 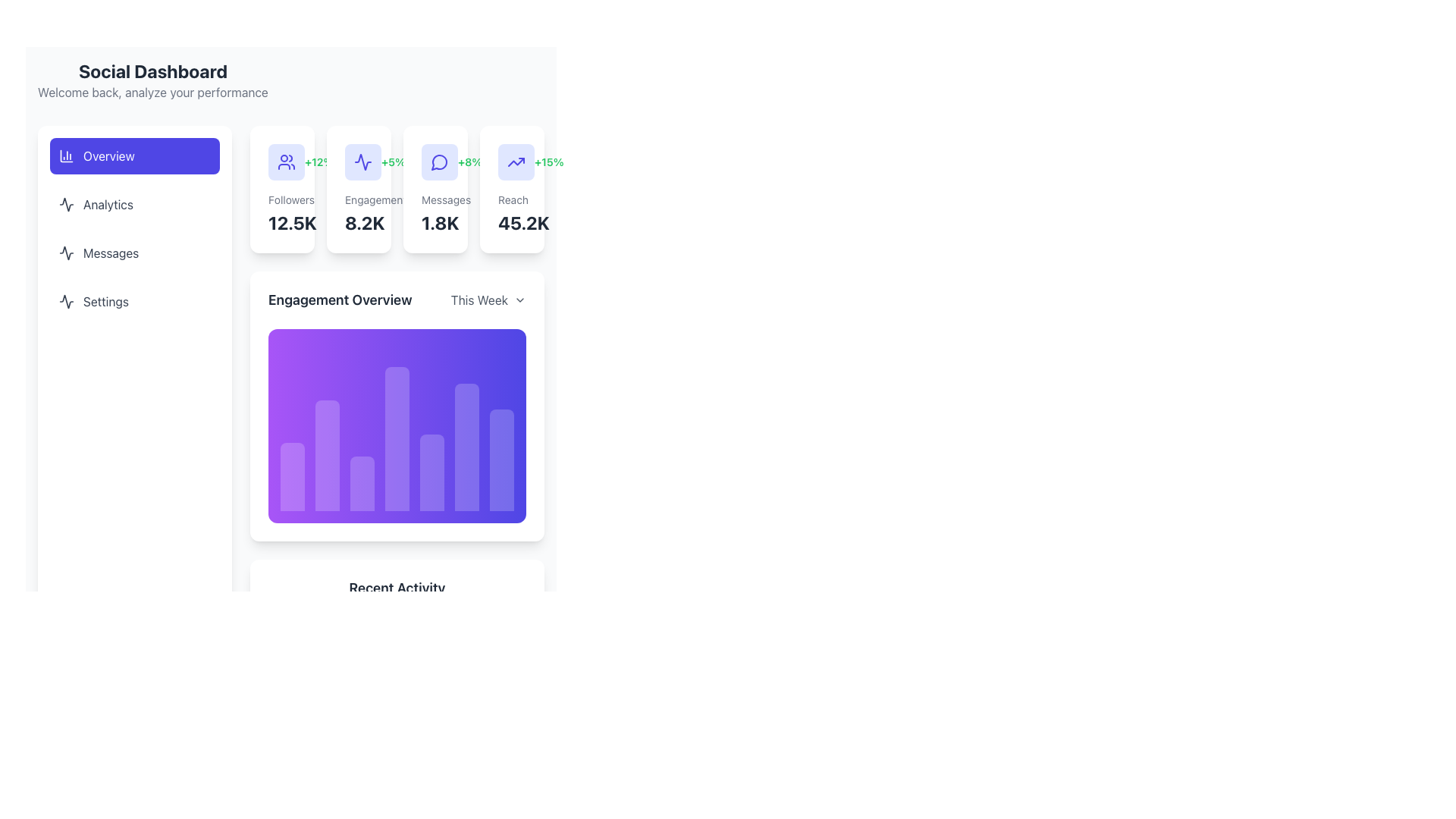 I want to click on the Metric display card that shows the 'Reach' metric, located in the top-right of the grid layout, next to the 'Messages' card, so click(x=512, y=189).